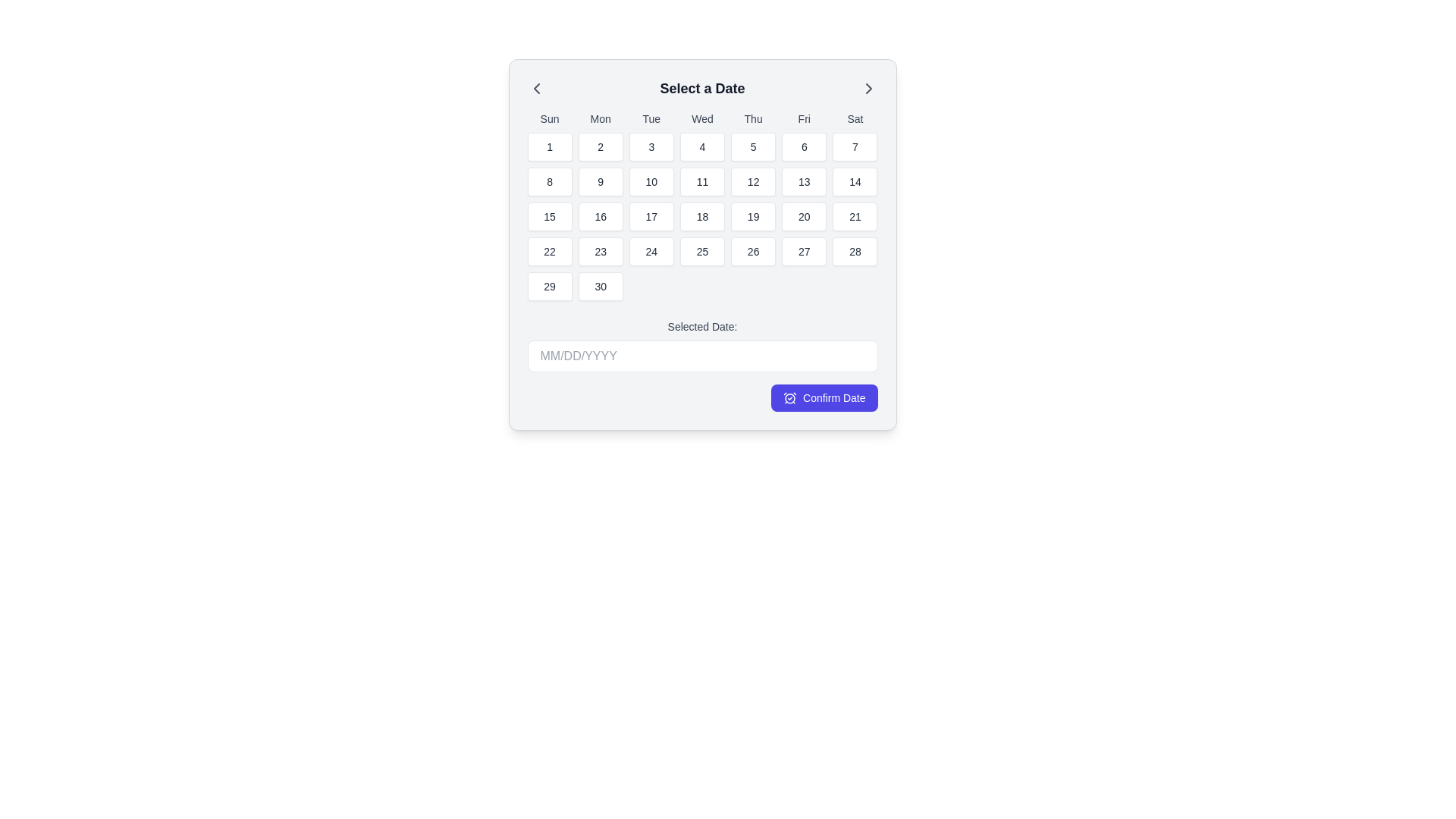 Image resolution: width=1456 pixels, height=819 pixels. Describe the element at coordinates (753, 118) in the screenshot. I see `the text label indicating 'Thu', which represents Thursday in the calendar layout, located at the top of the interface` at that location.